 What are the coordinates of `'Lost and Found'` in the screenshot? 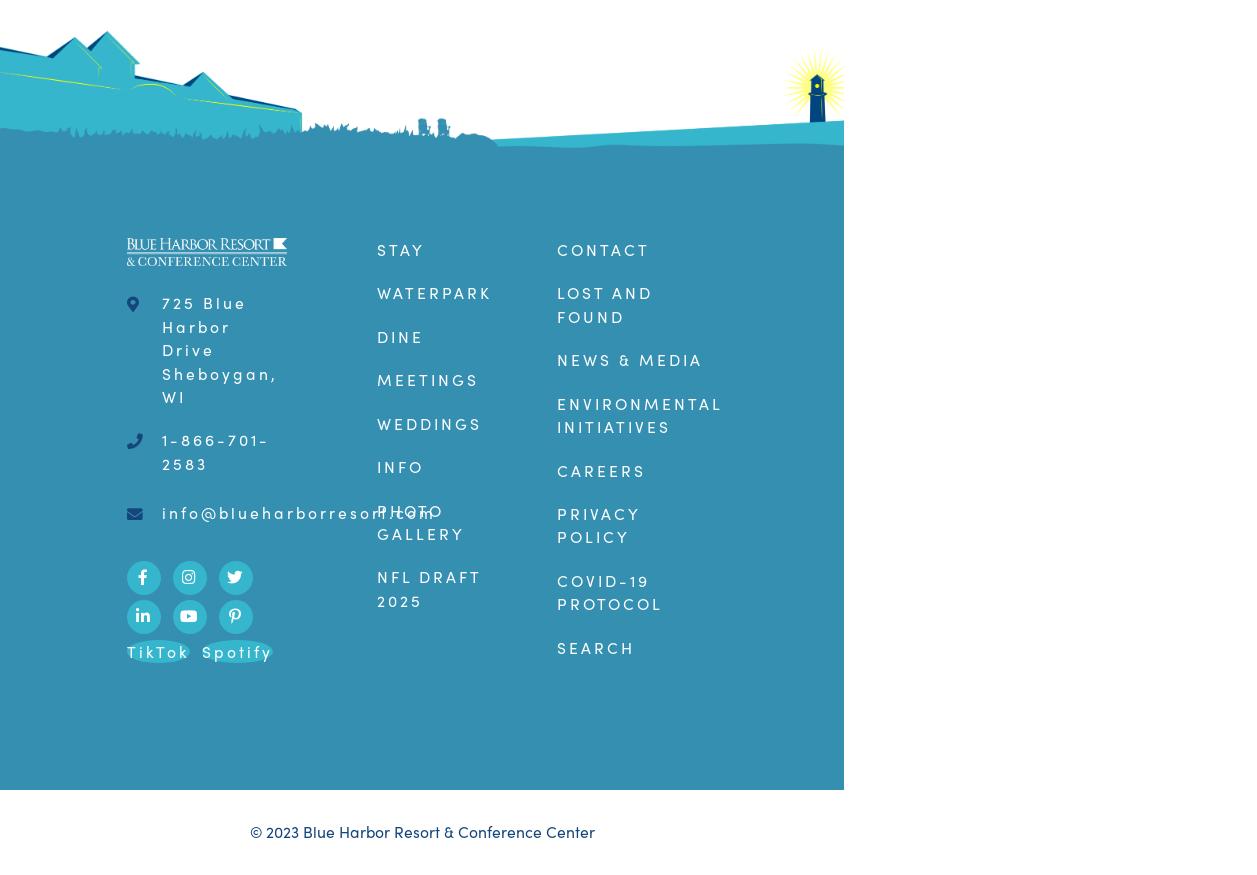 It's located at (603, 302).